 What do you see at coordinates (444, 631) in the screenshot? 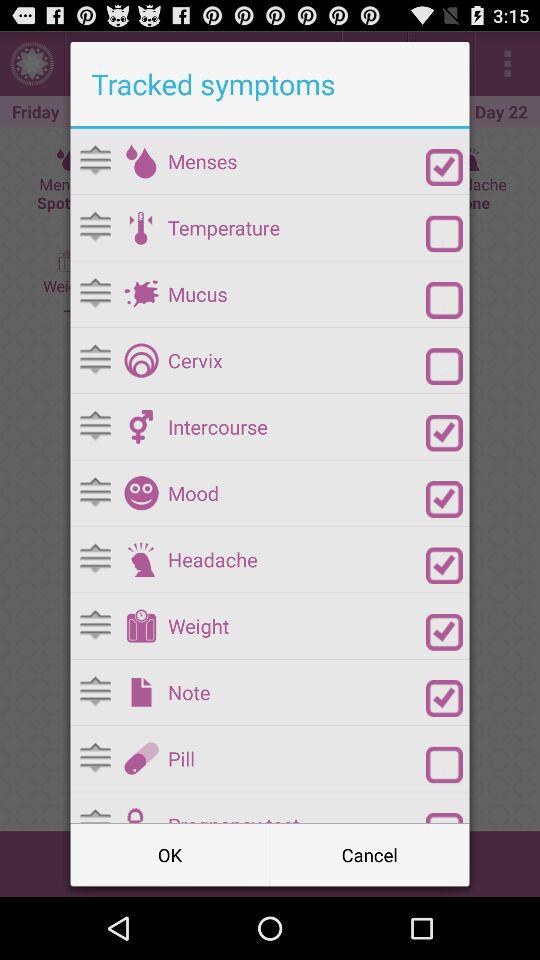
I see `weight to be tracked` at bounding box center [444, 631].